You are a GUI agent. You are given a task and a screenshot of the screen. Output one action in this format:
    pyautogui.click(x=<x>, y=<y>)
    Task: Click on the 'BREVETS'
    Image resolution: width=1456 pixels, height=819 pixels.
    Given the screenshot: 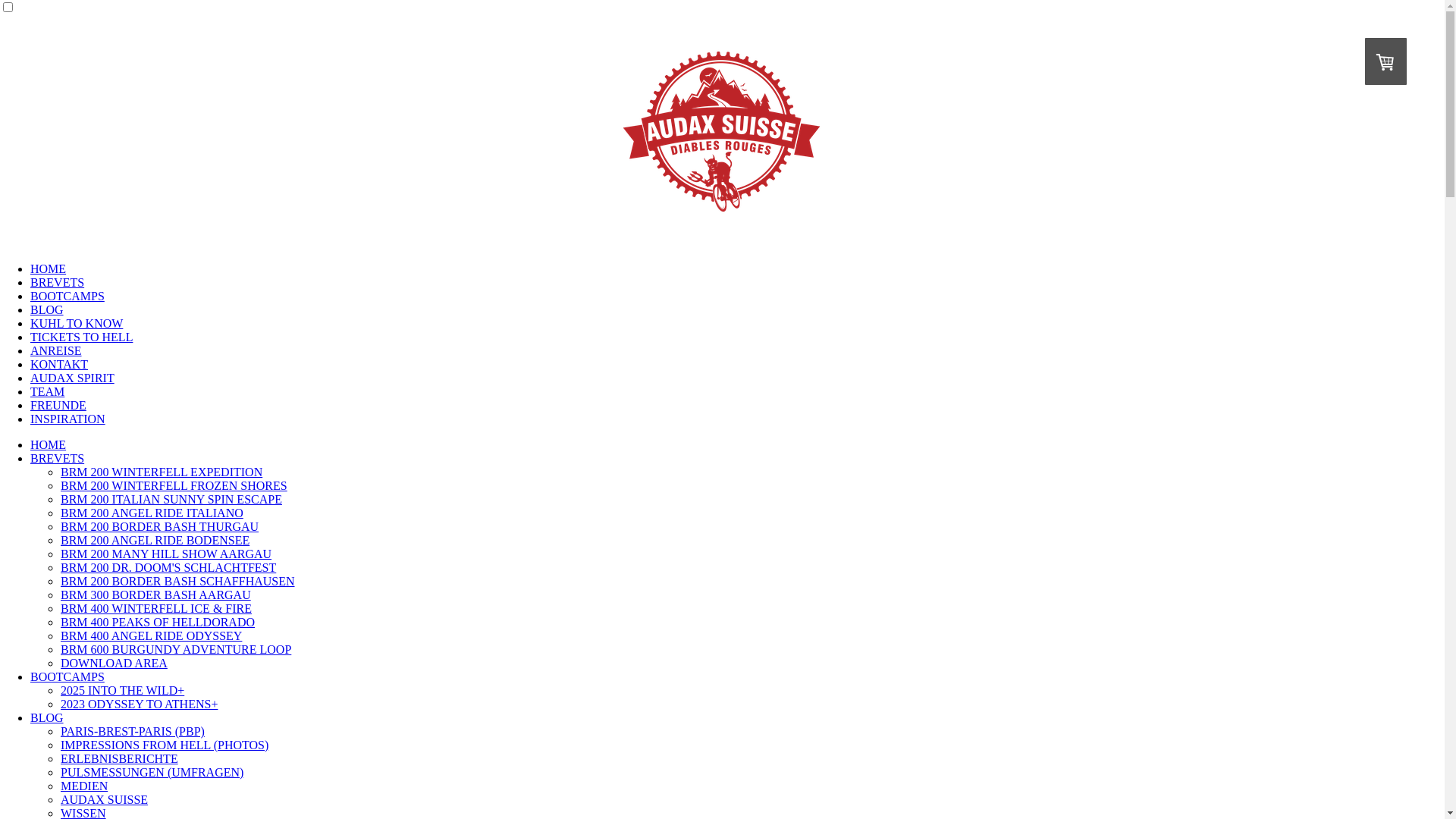 What is the action you would take?
    pyautogui.click(x=57, y=282)
    